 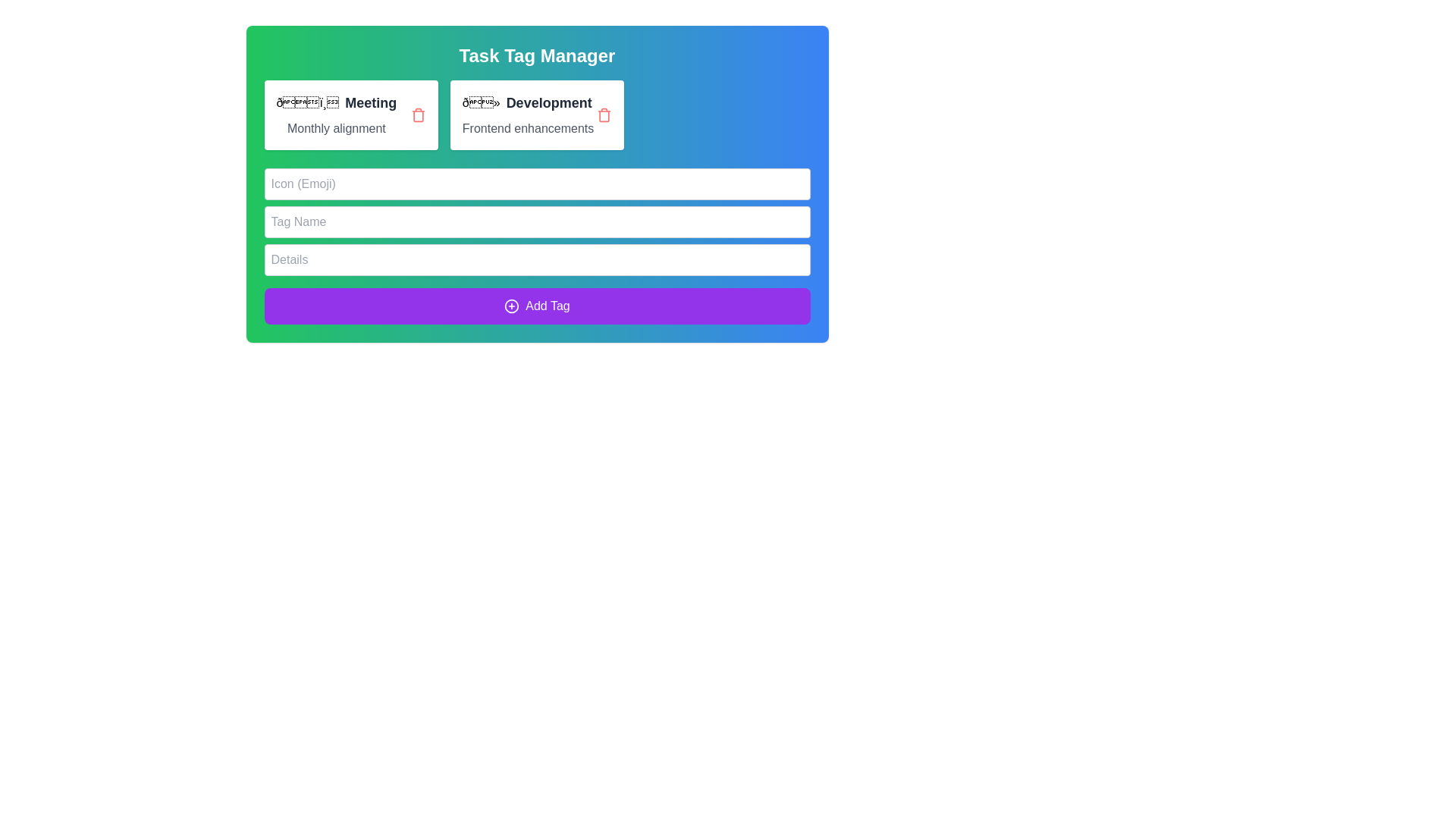 What do you see at coordinates (371, 102) in the screenshot?
I see `text label that displays the title of the associated card, located to the right of the emoji '📓' in the top-left card under the 'Task Tag Manager' header` at bounding box center [371, 102].